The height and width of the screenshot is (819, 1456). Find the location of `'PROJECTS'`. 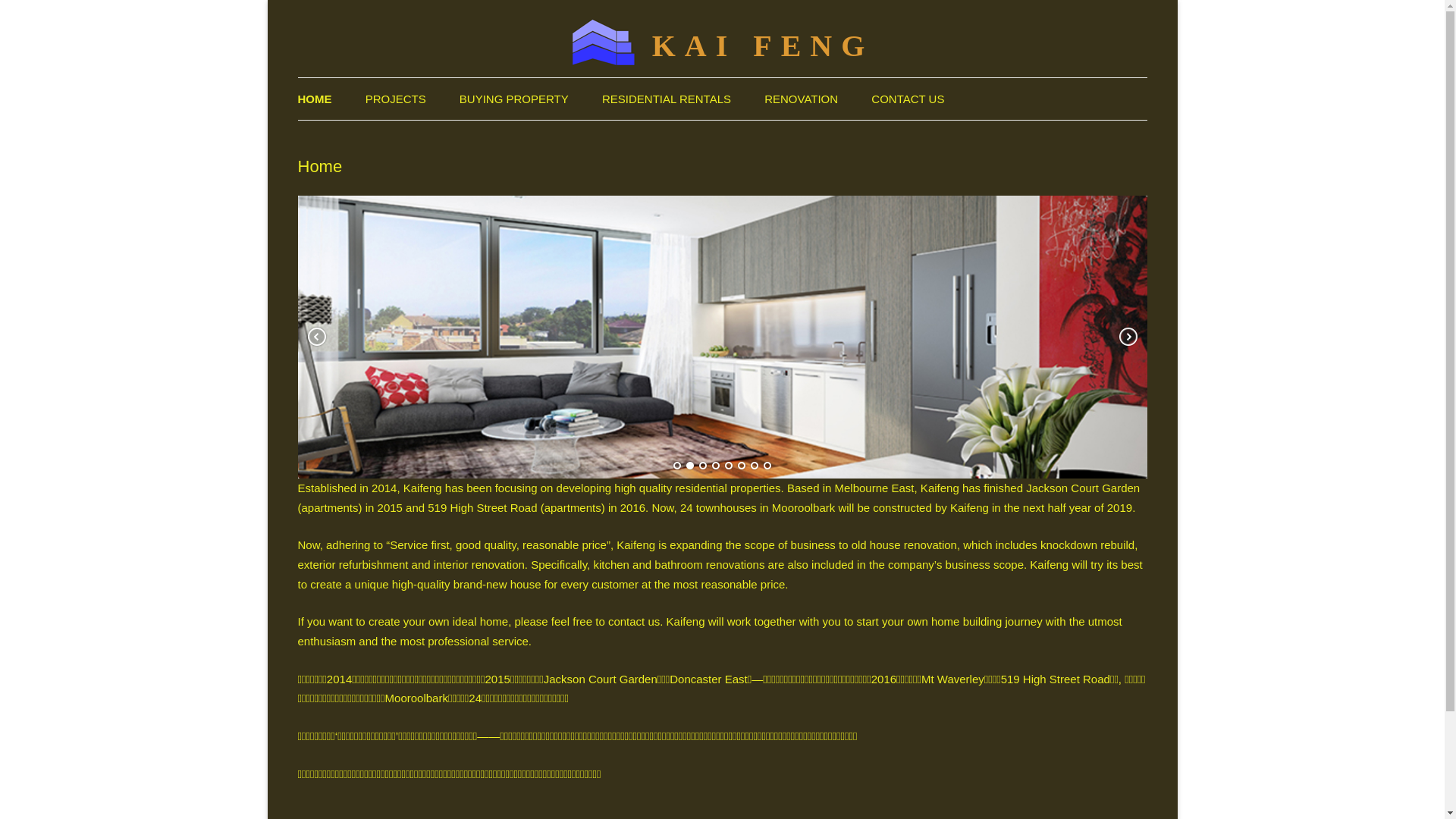

'PROJECTS' is located at coordinates (365, 99).